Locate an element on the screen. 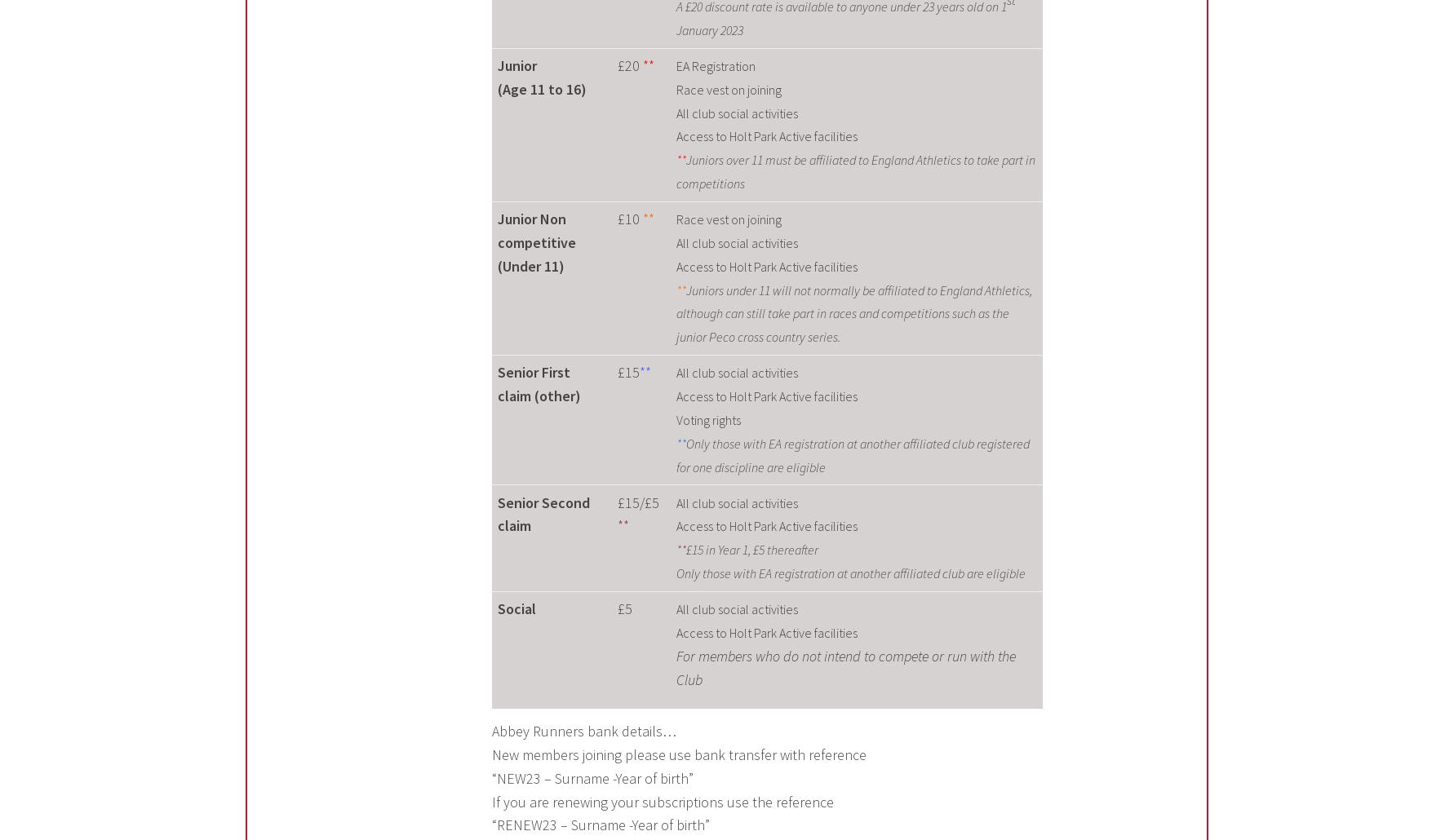  '£15' is located at coordinates (627, 371).